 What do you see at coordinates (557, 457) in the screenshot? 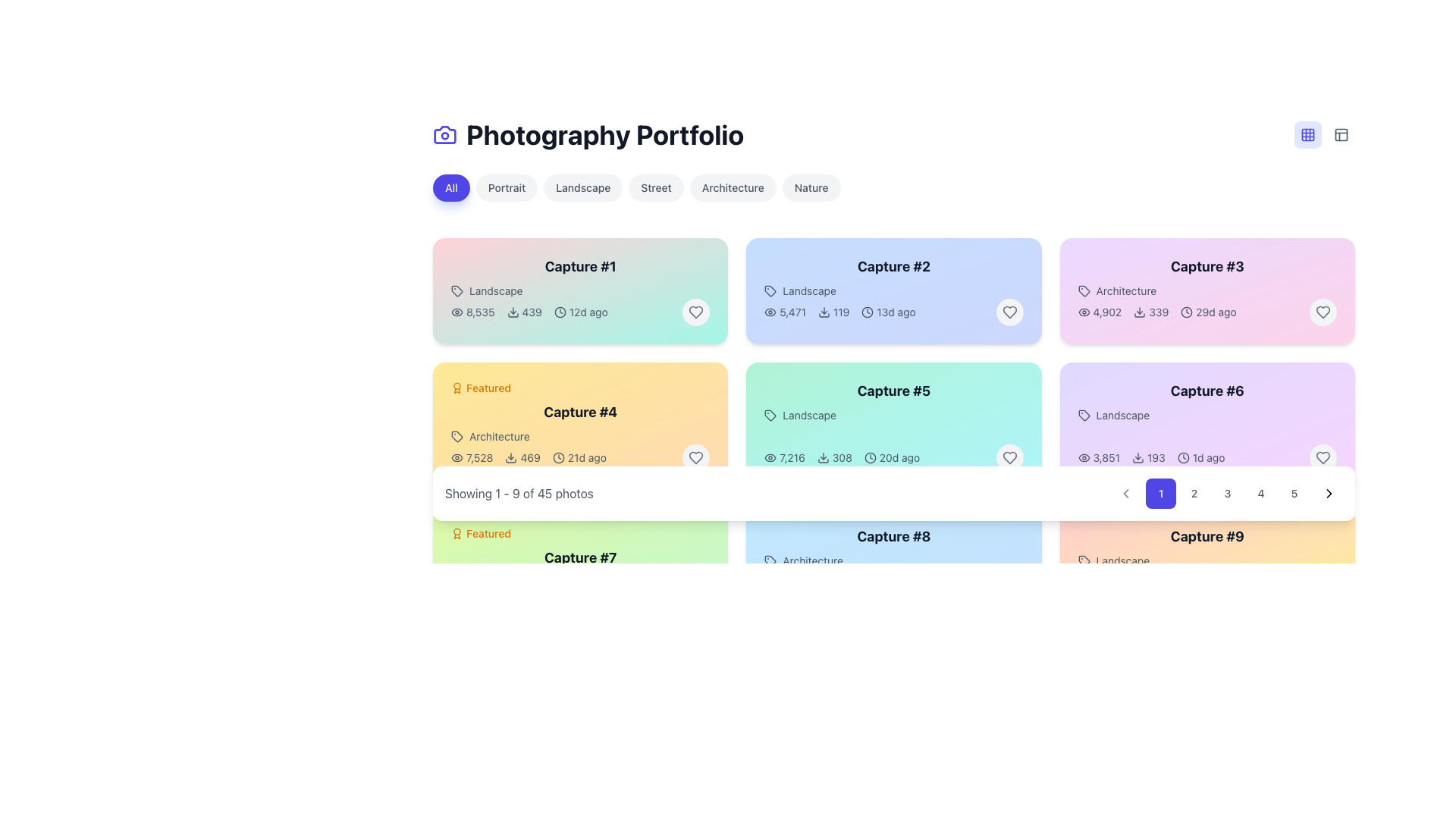
I see `the decorative or informative icon located to the left of the '21d ago' text within the yellow card labeled 'Capture #4'` at bounding box center [557, 457].